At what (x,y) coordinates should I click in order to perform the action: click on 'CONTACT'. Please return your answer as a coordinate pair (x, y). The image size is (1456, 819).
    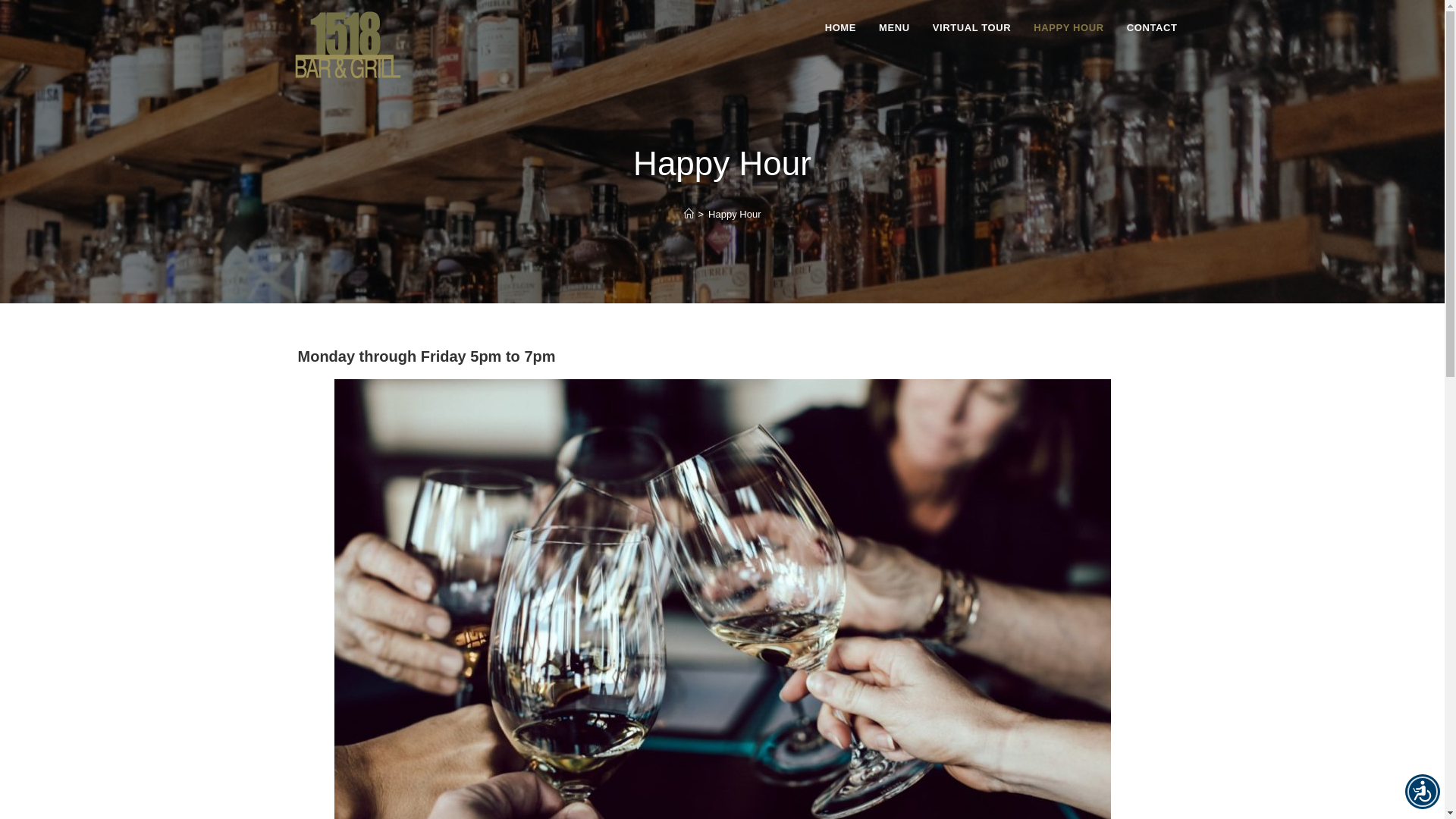
    Looking at the image, I should click on (1152, 28).